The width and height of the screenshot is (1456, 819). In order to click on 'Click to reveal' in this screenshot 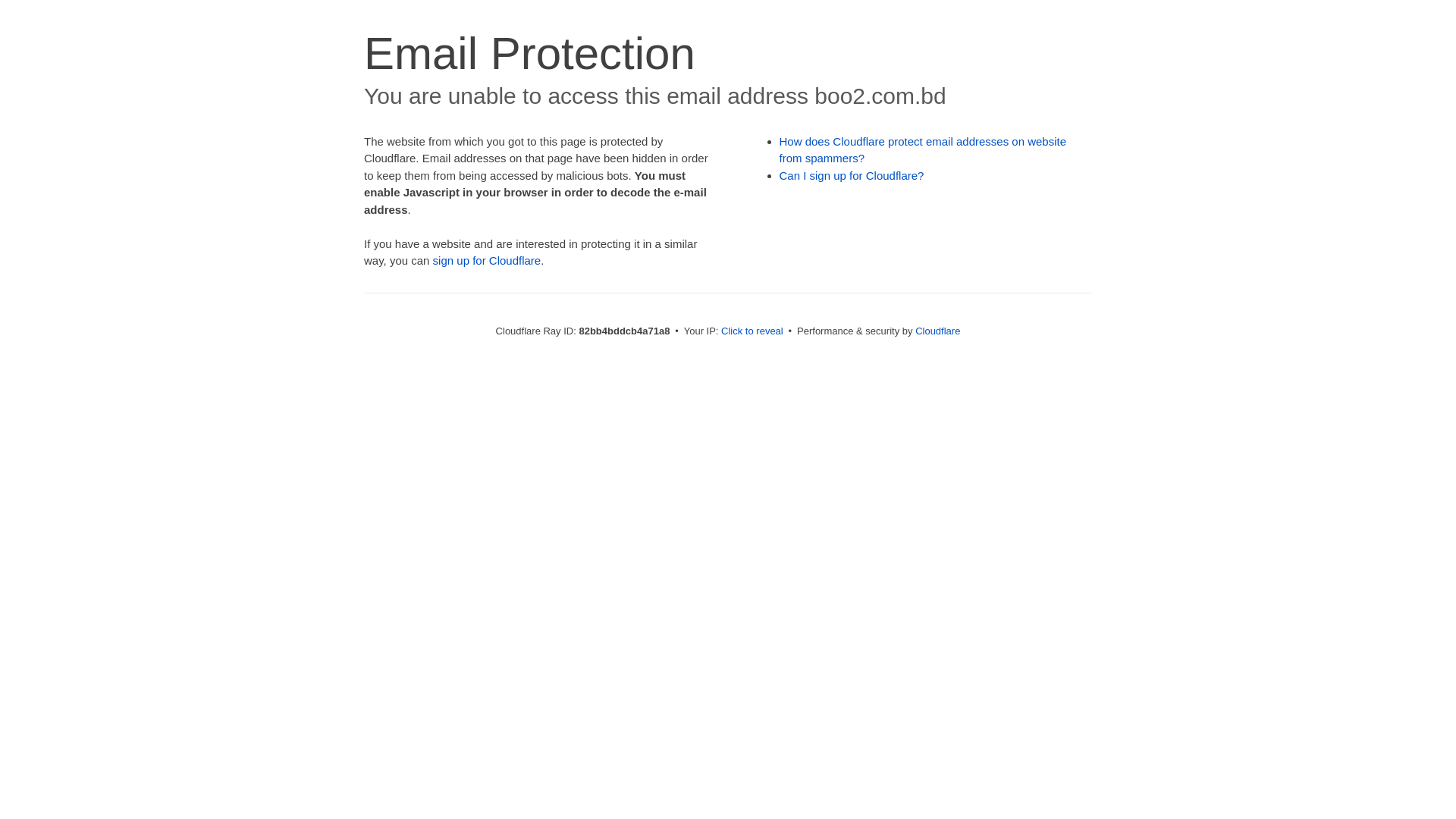, I will do `click(752, 330)`.